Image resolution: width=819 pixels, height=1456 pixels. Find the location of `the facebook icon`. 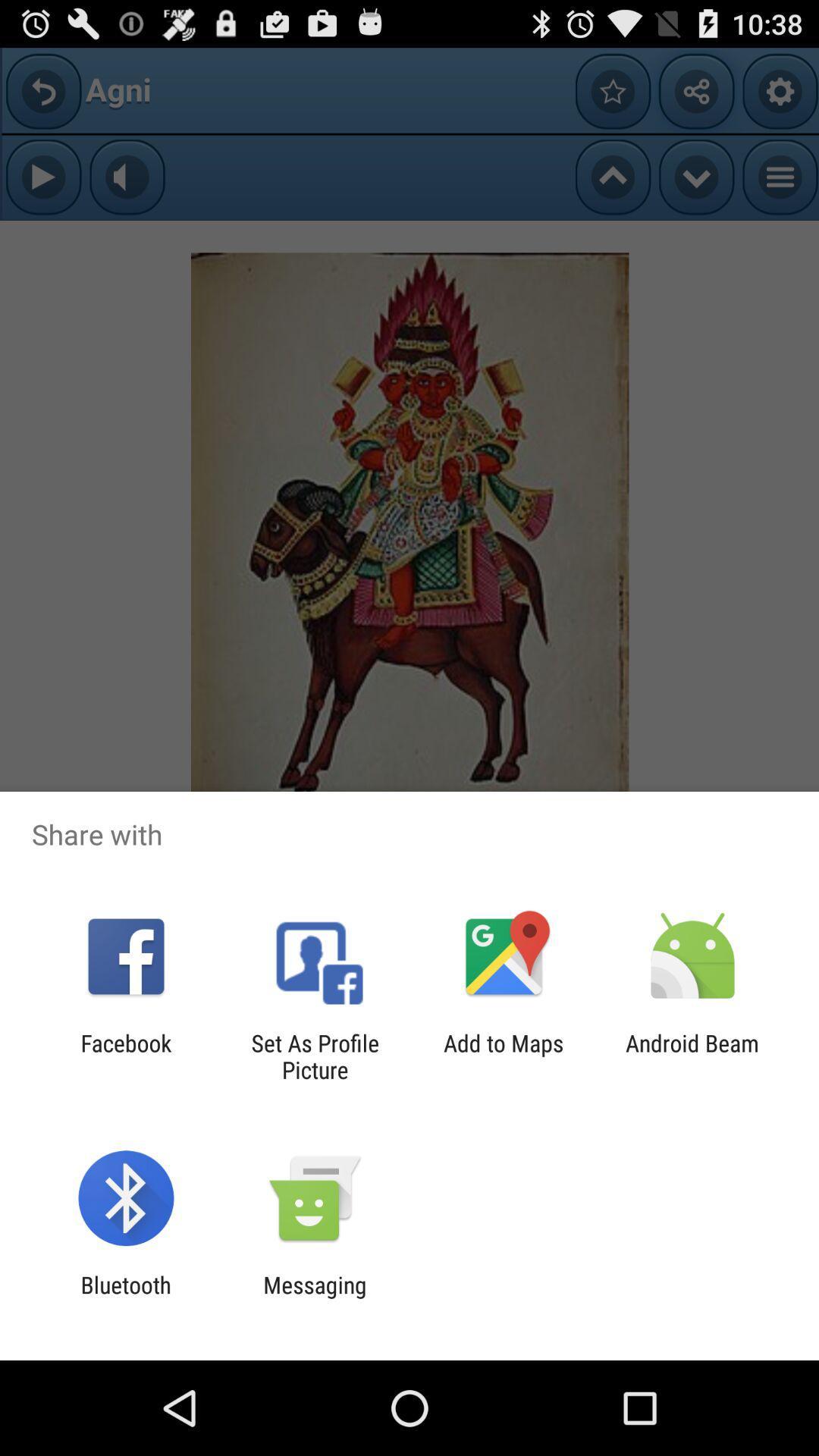

the facebook icon is located at coordinates (125, 1056).